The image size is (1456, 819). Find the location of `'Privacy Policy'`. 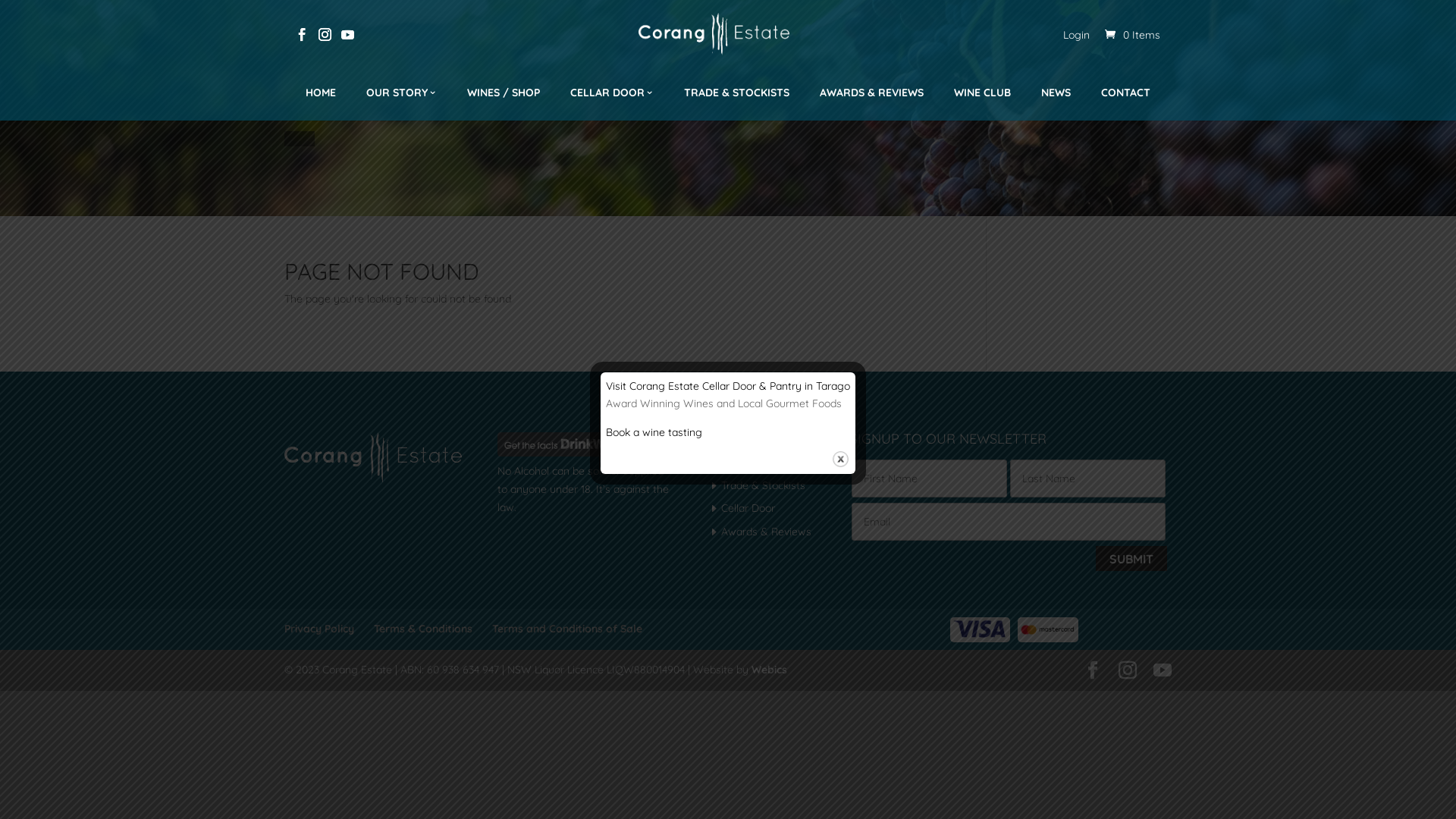

'Privacy Policy' is located at coordinates (284, 629).